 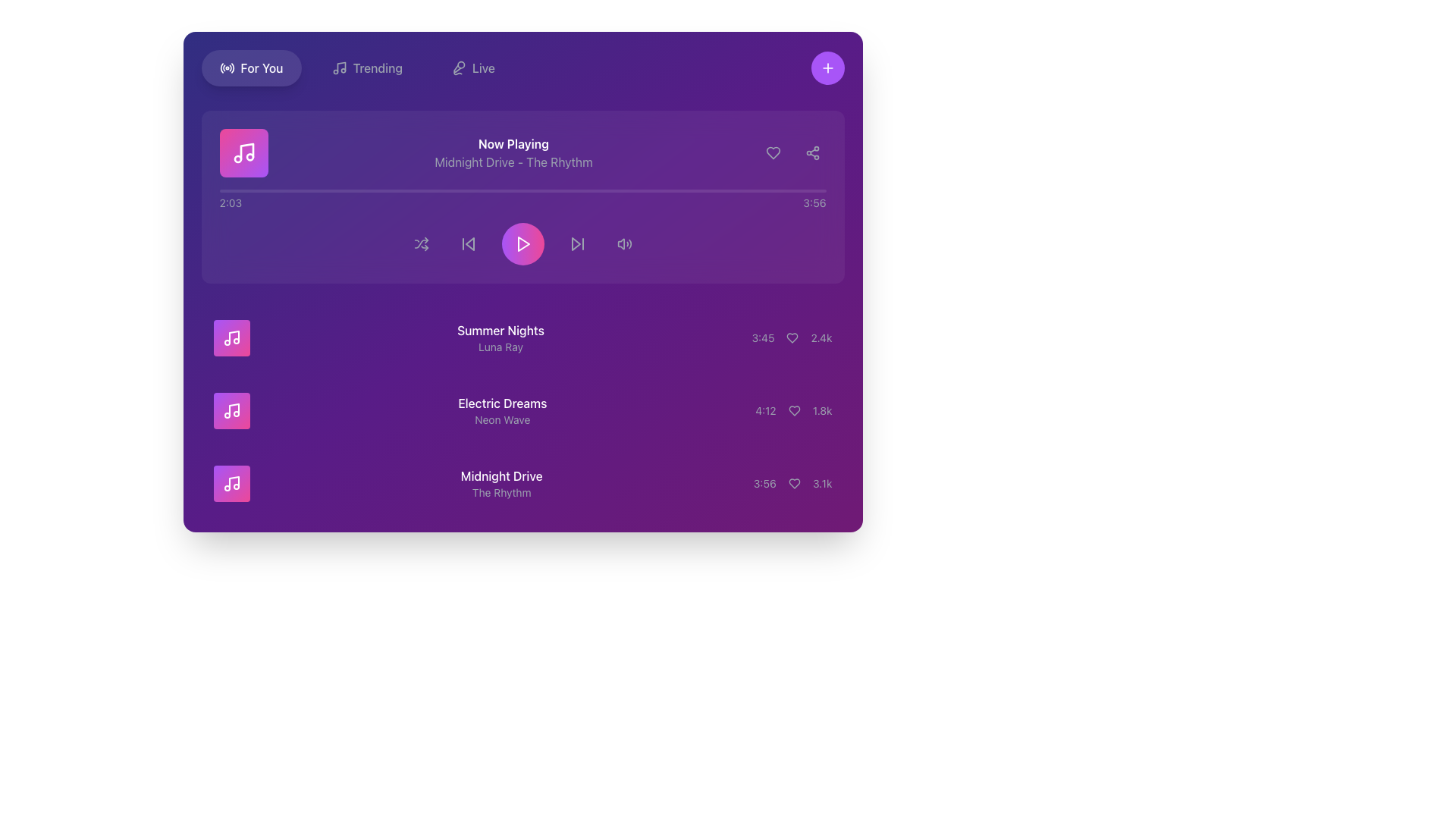 I want to click on the vibrant circular button with a gradient background and a white play icon, so click(x=522, y=243).